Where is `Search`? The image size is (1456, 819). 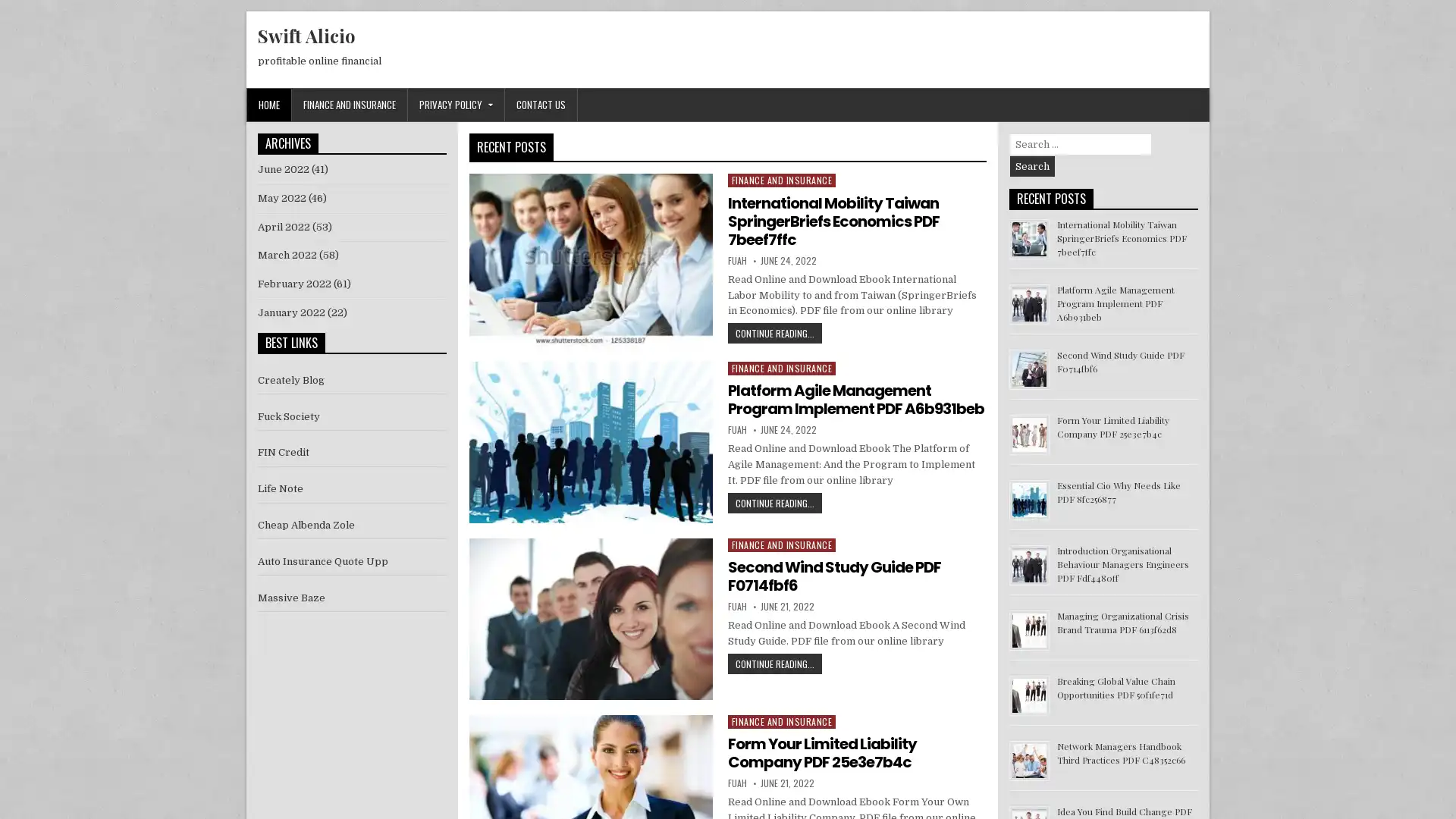
Search is located at coordinates (1031, 166).